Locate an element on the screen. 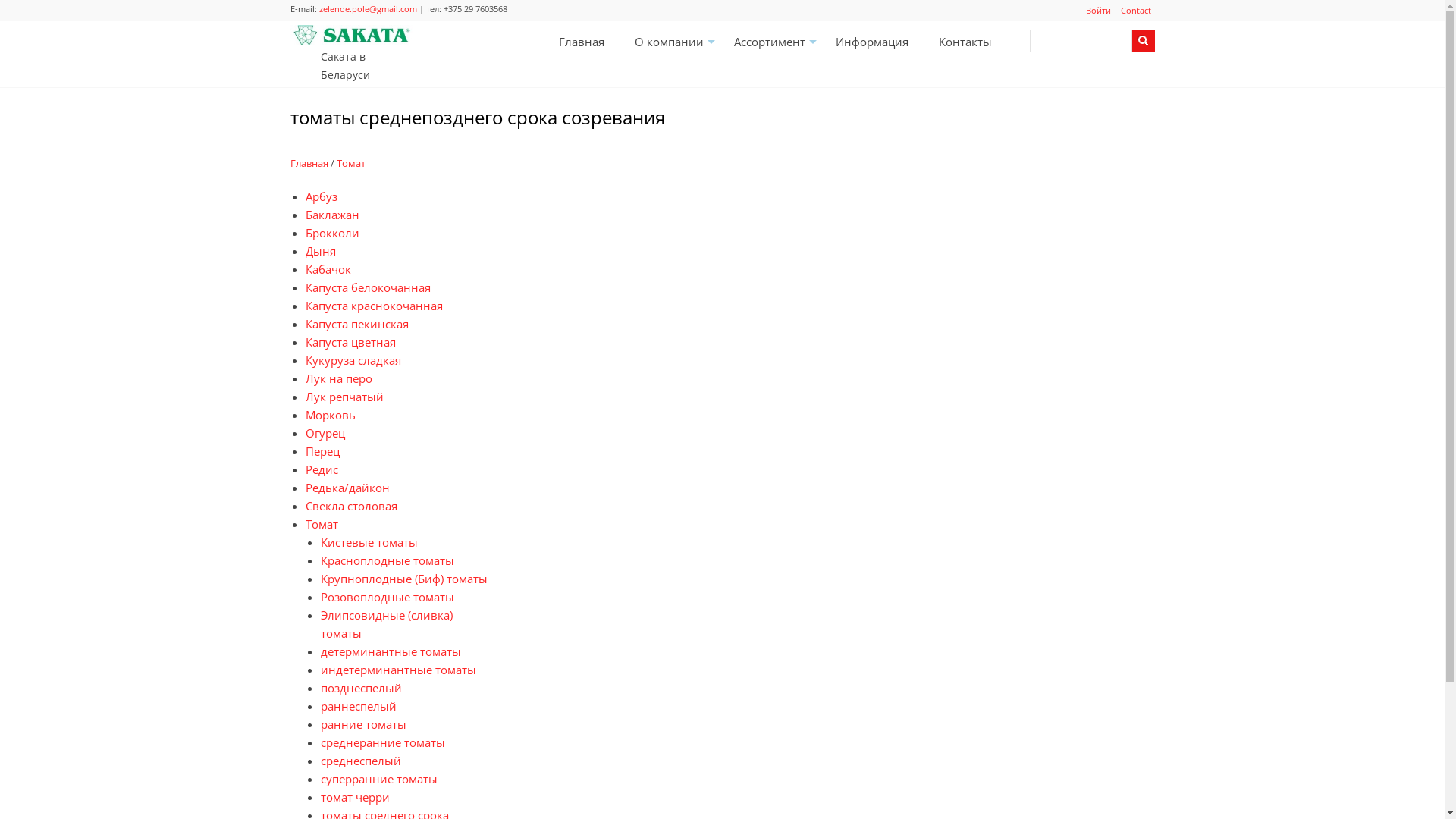  'Contact' is located at coordinates (1135, 11).